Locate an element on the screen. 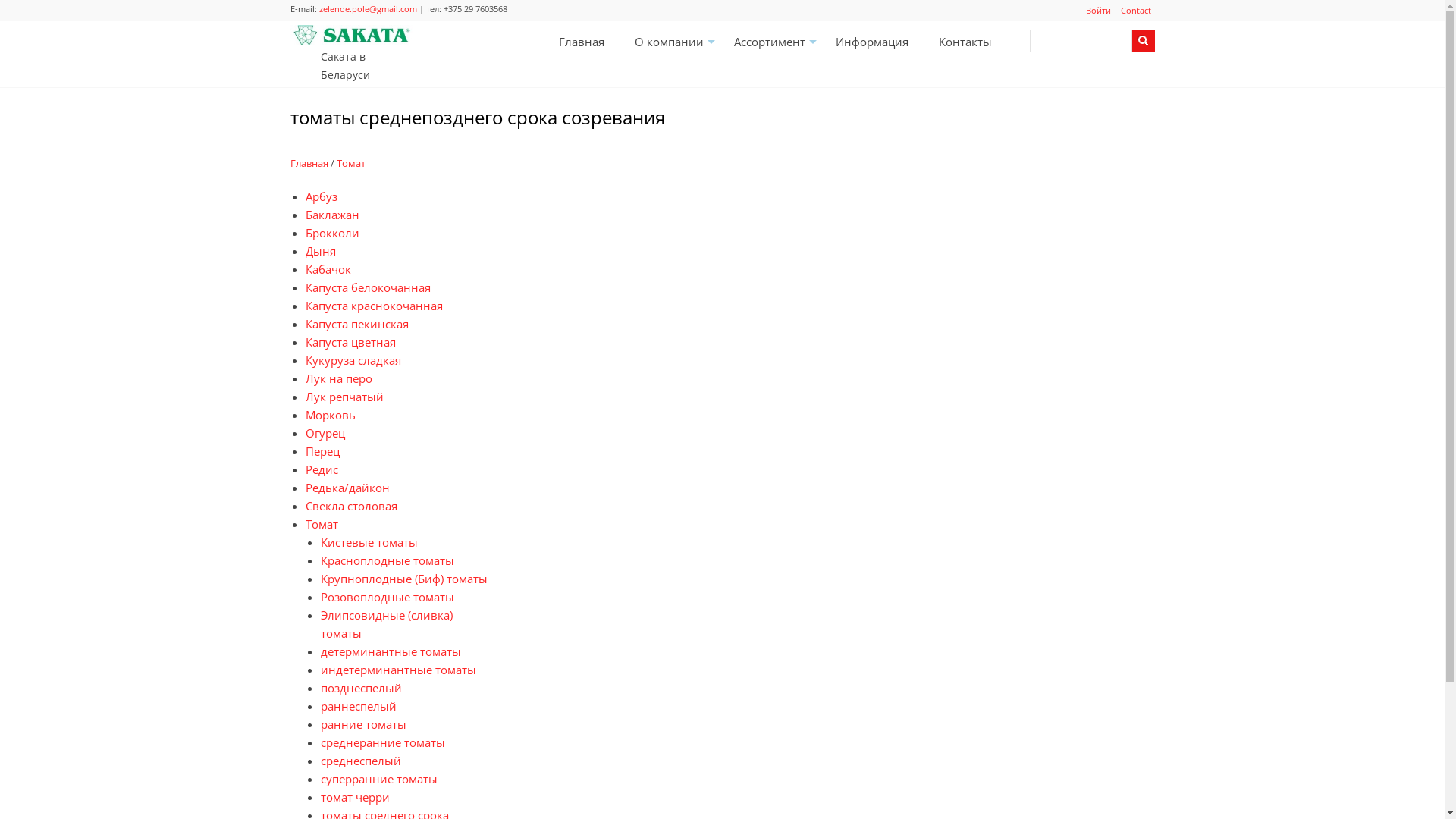  'Contact' is located at coordinates (1135, 11).